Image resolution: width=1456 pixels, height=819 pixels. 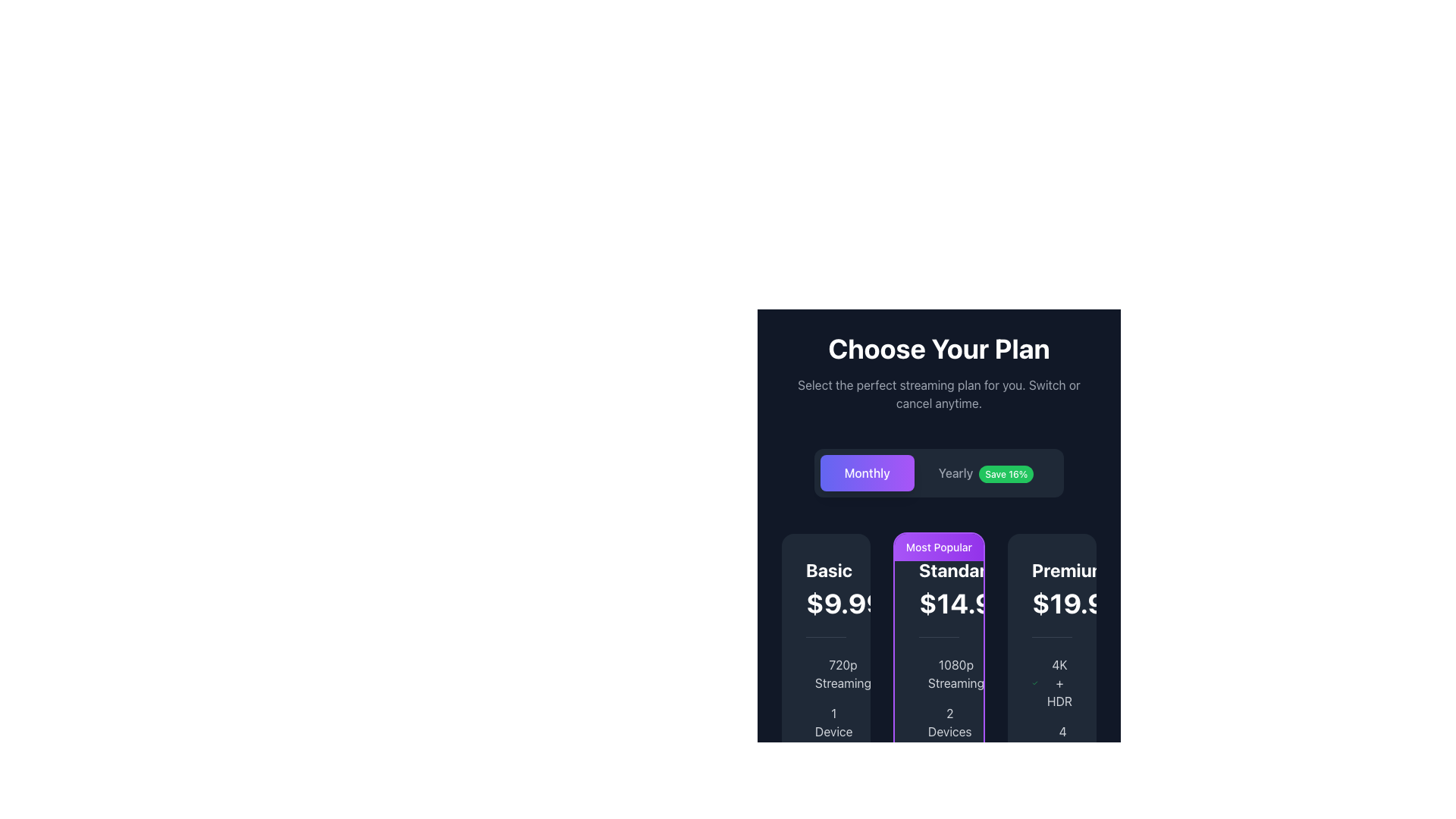 What do you see at coordinates (867, 472) in the screenshot?
I see `the 'Monthly' button-like text label with a purple background` at bounding box center [867, 472].